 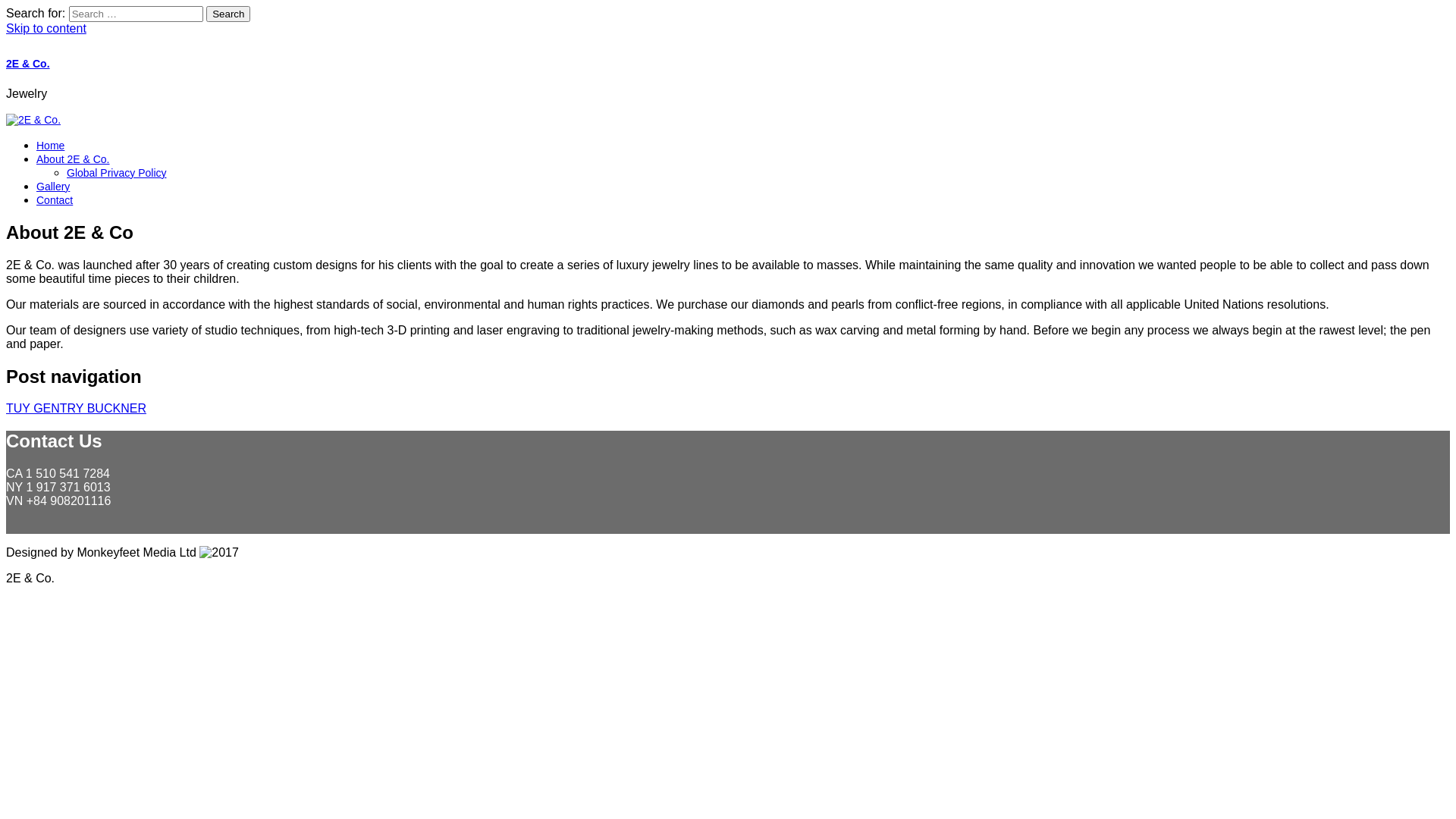 I want to click on 'Search', so click(x=206, y=14).